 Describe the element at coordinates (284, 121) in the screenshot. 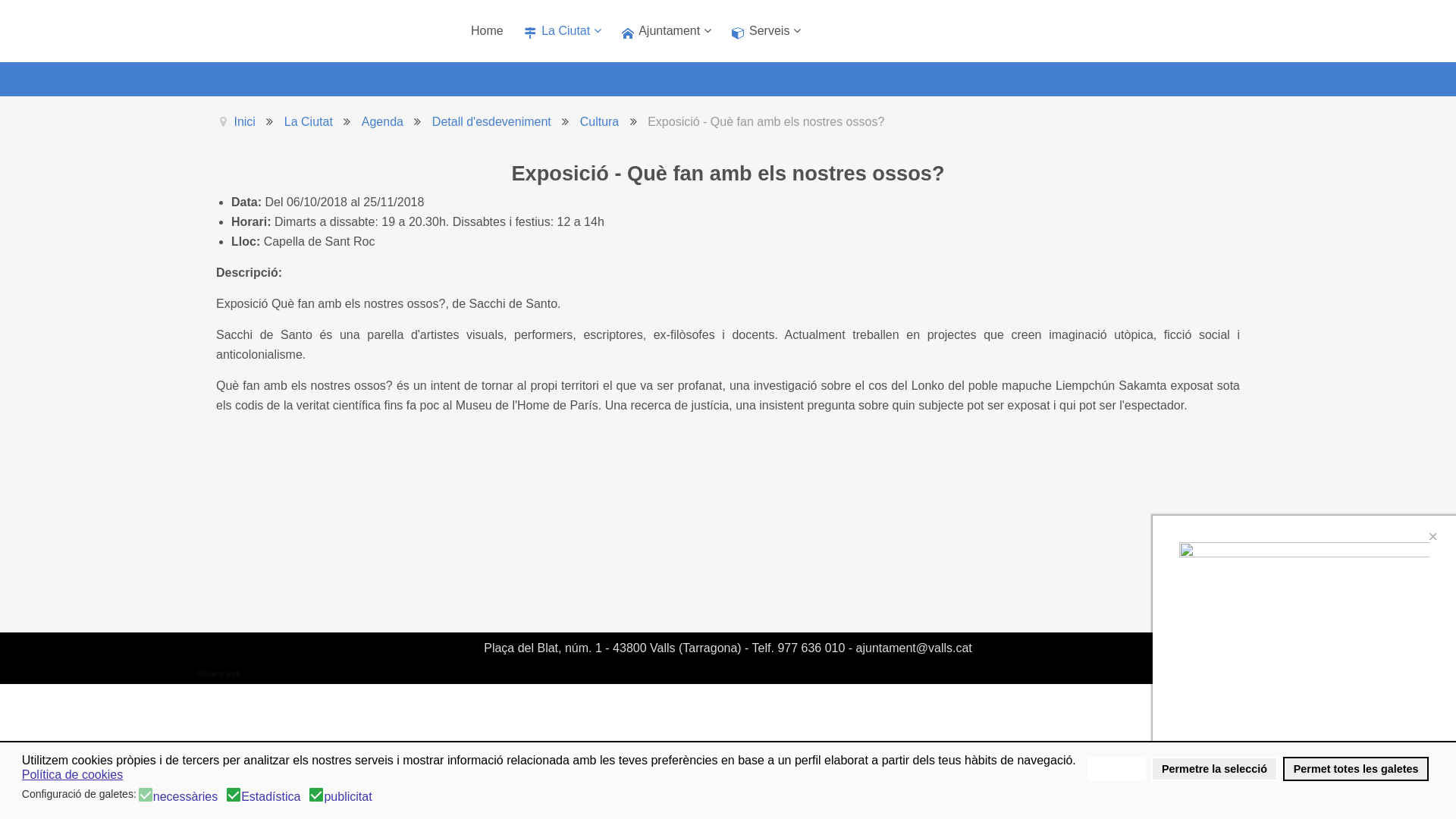

I see `'La Ciutat'` at that location.